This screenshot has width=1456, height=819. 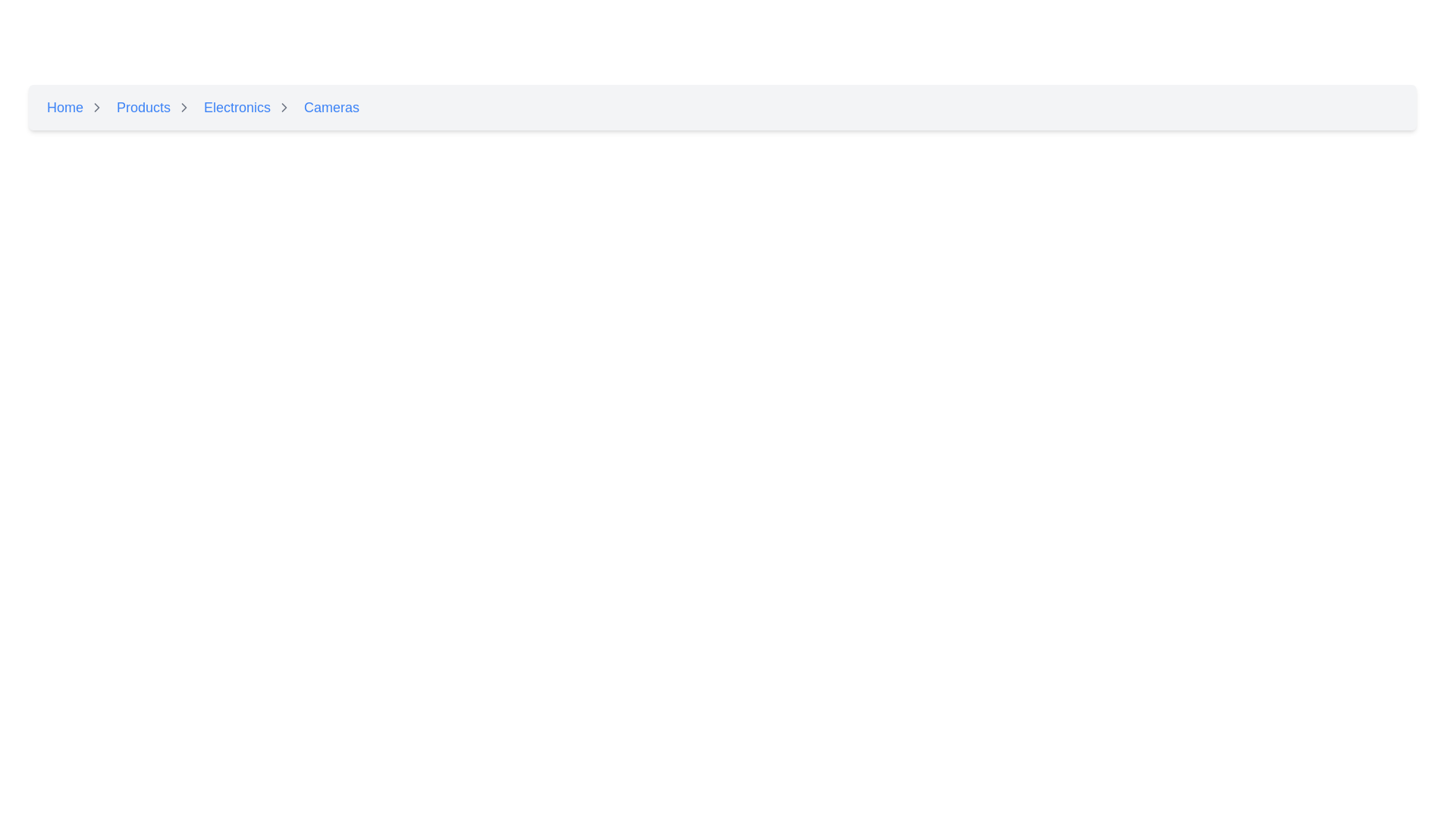 I want to click on the blue text hyperlink labeled 'Cameras' in the breadcrumb navigation trail, which is located immediately after 'Electronics', so click(x=331, y=107).